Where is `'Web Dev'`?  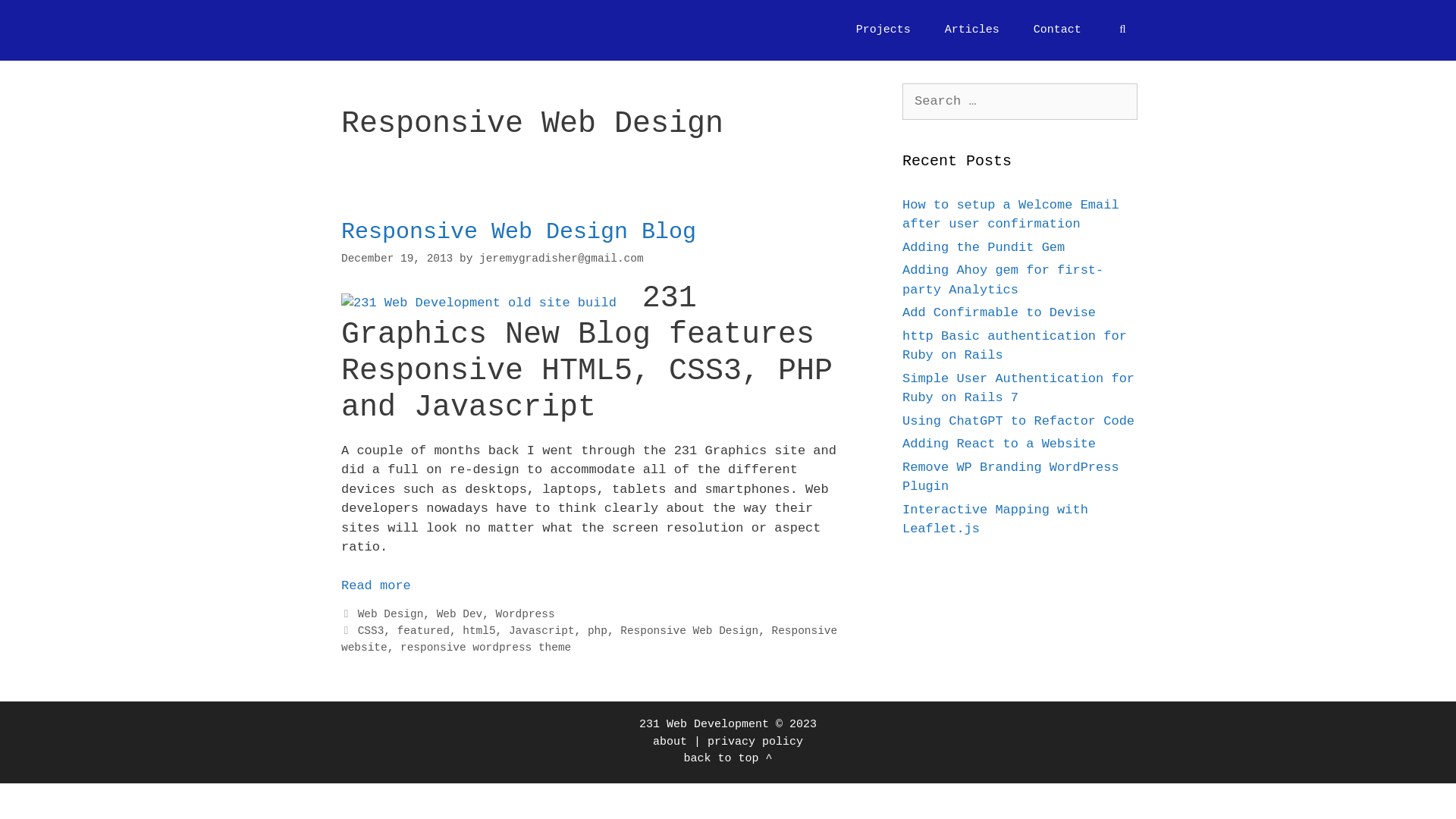 'Web Dev' is located at coordinates (459, 614).